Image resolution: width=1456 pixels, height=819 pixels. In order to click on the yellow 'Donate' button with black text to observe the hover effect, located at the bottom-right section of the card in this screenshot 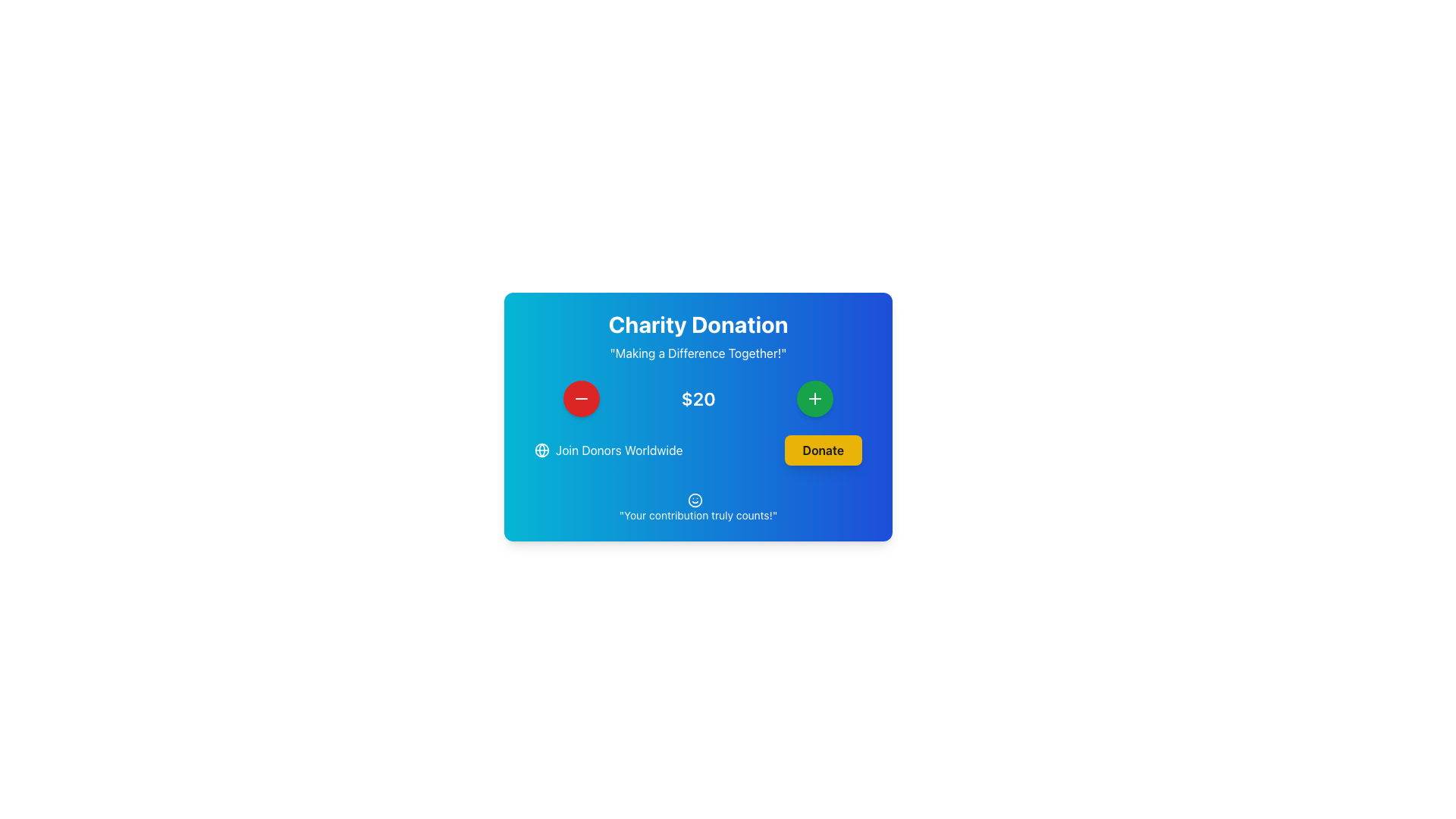, I will do `click(822, 450)`.